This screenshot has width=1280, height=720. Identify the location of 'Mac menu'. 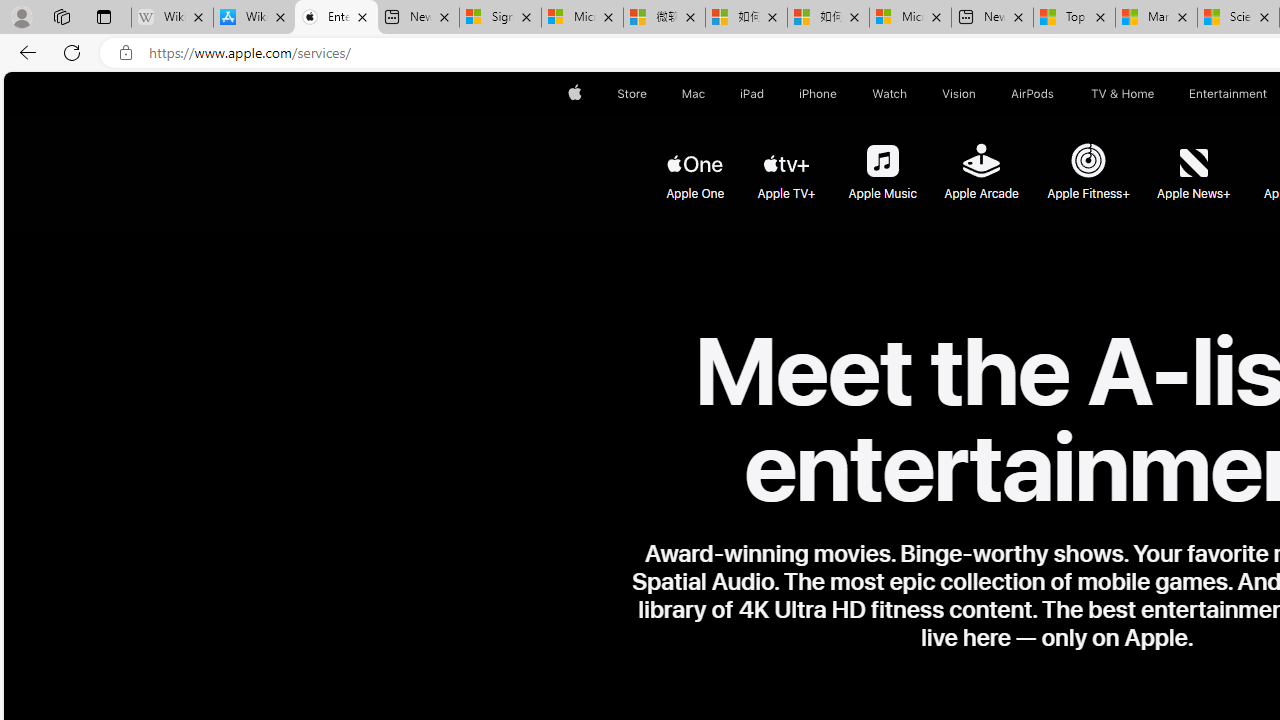
(708, 93).